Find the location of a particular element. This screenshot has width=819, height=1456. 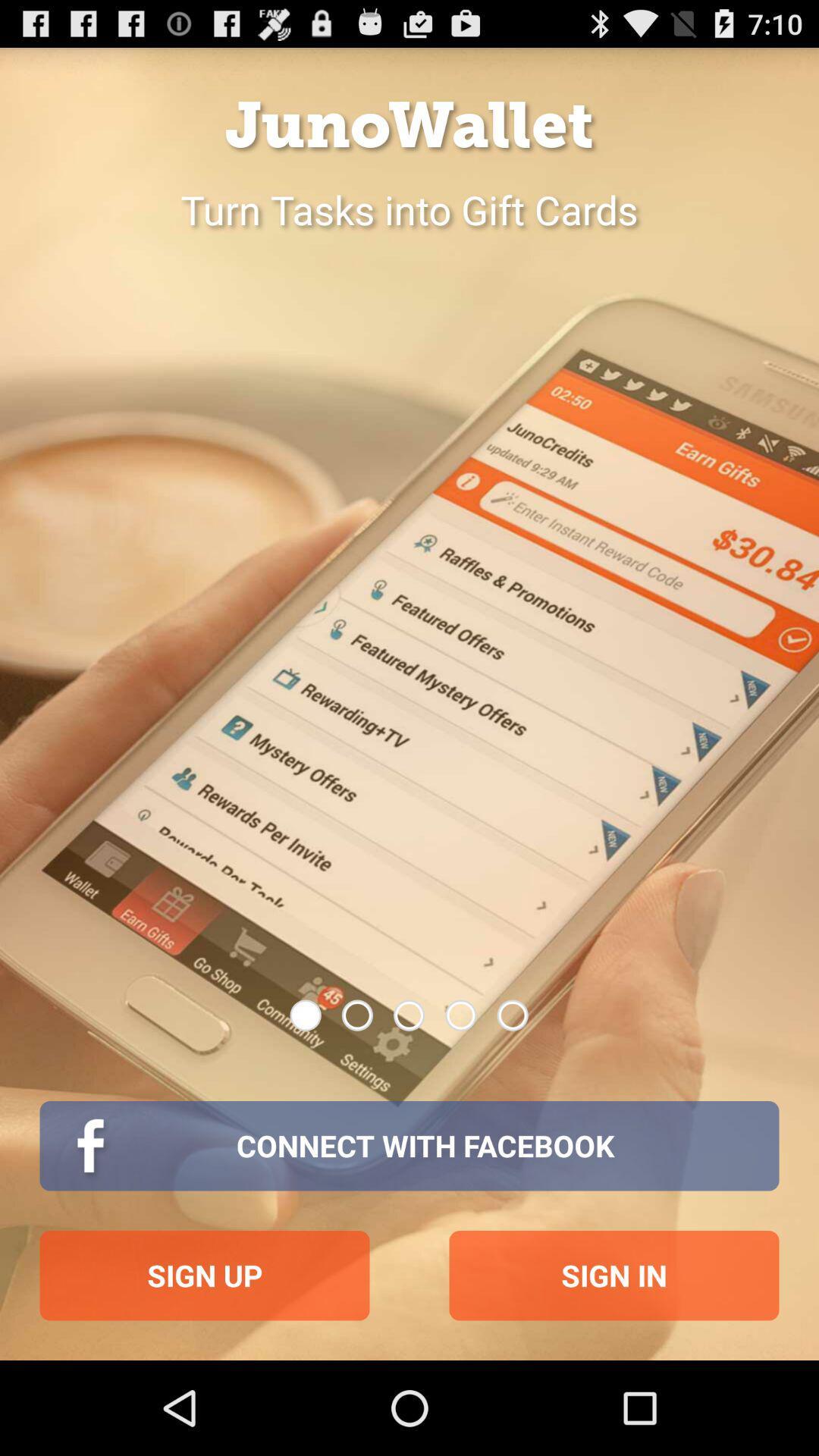

sign up is located at coordinates (205, 1275).